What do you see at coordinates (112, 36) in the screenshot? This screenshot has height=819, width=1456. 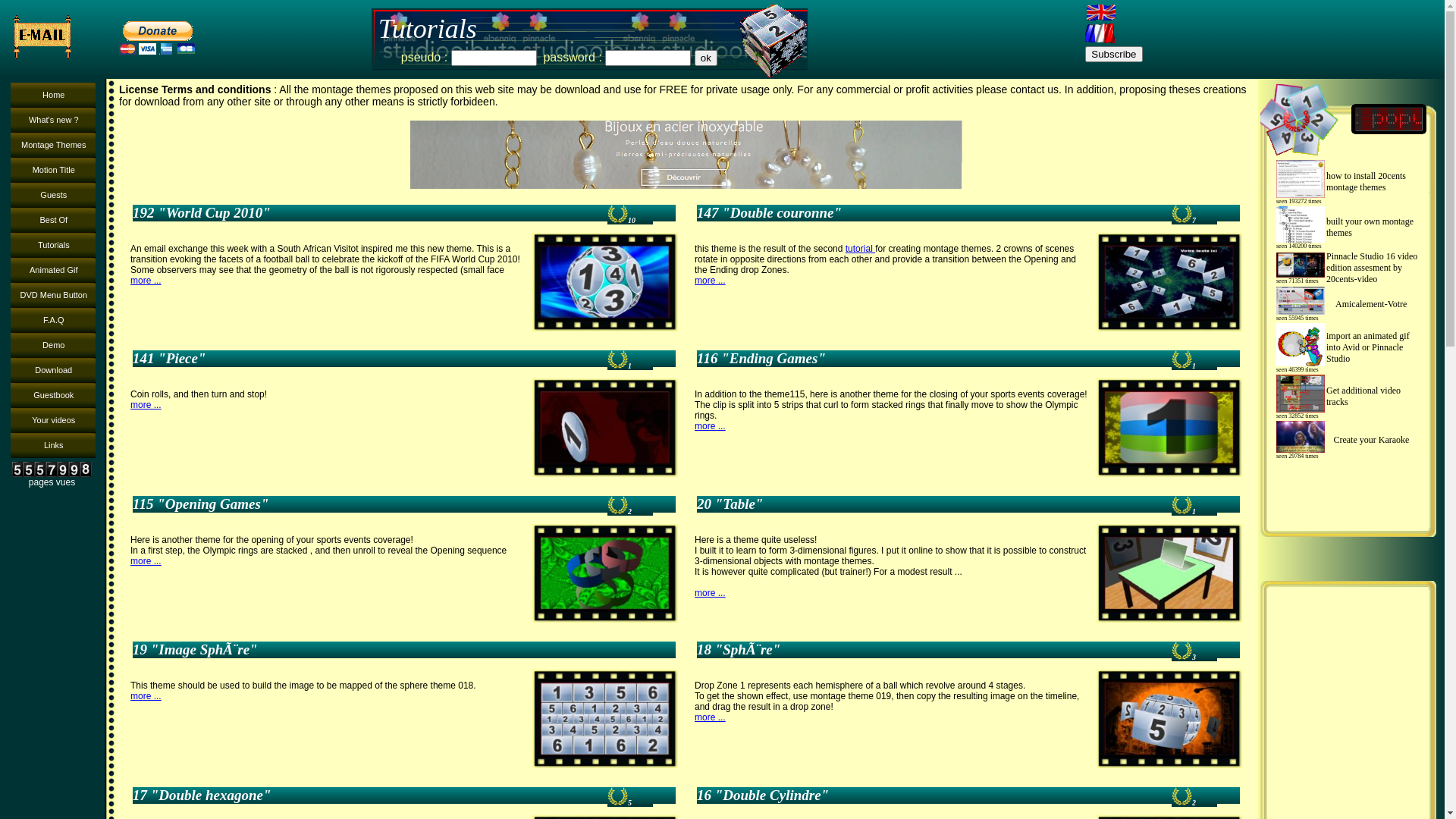 I see `'Donate'` at bounding box center [112, 36].